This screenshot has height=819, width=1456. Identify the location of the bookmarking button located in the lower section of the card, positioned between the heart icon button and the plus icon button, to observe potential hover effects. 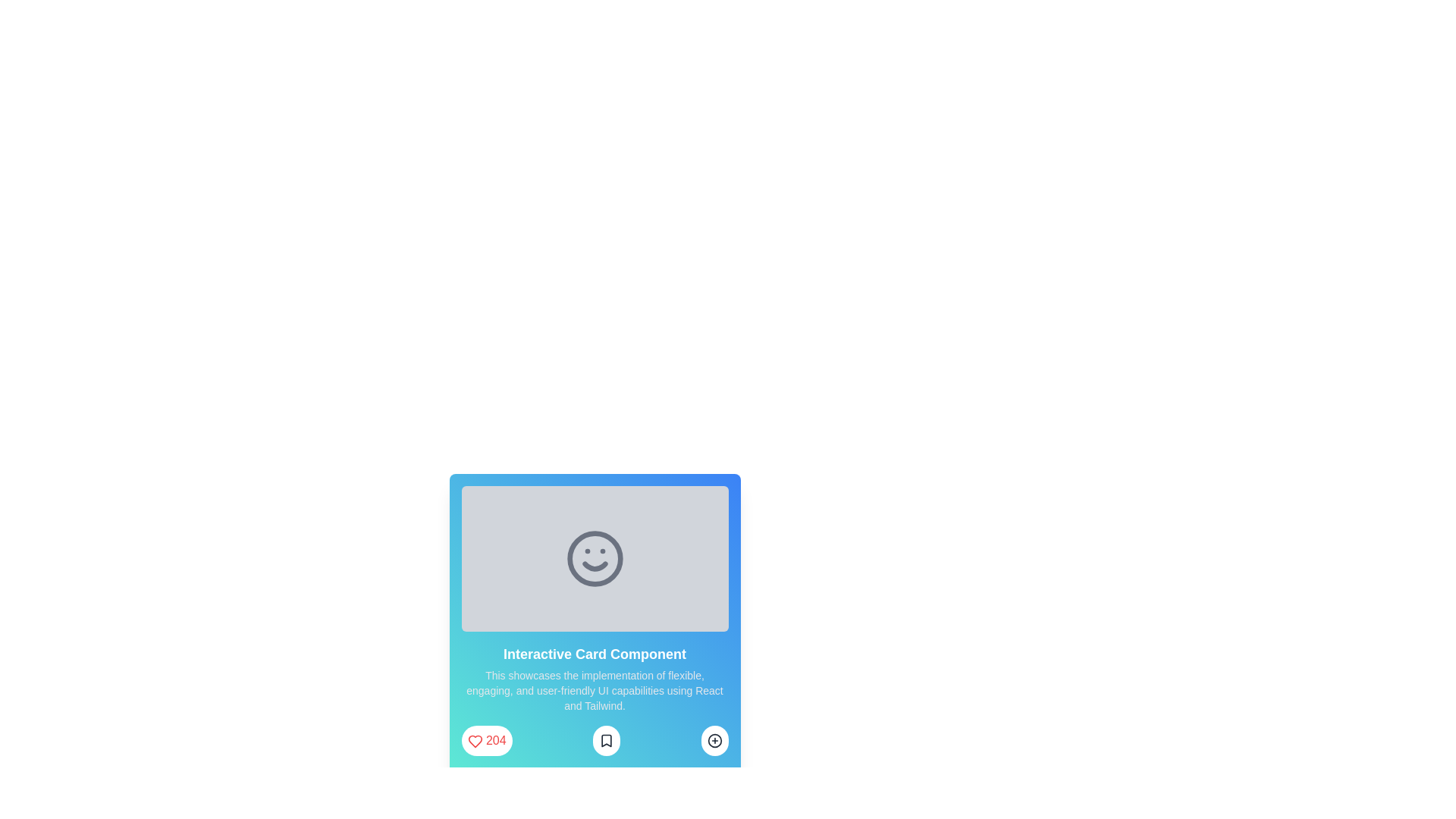
(594, 739).